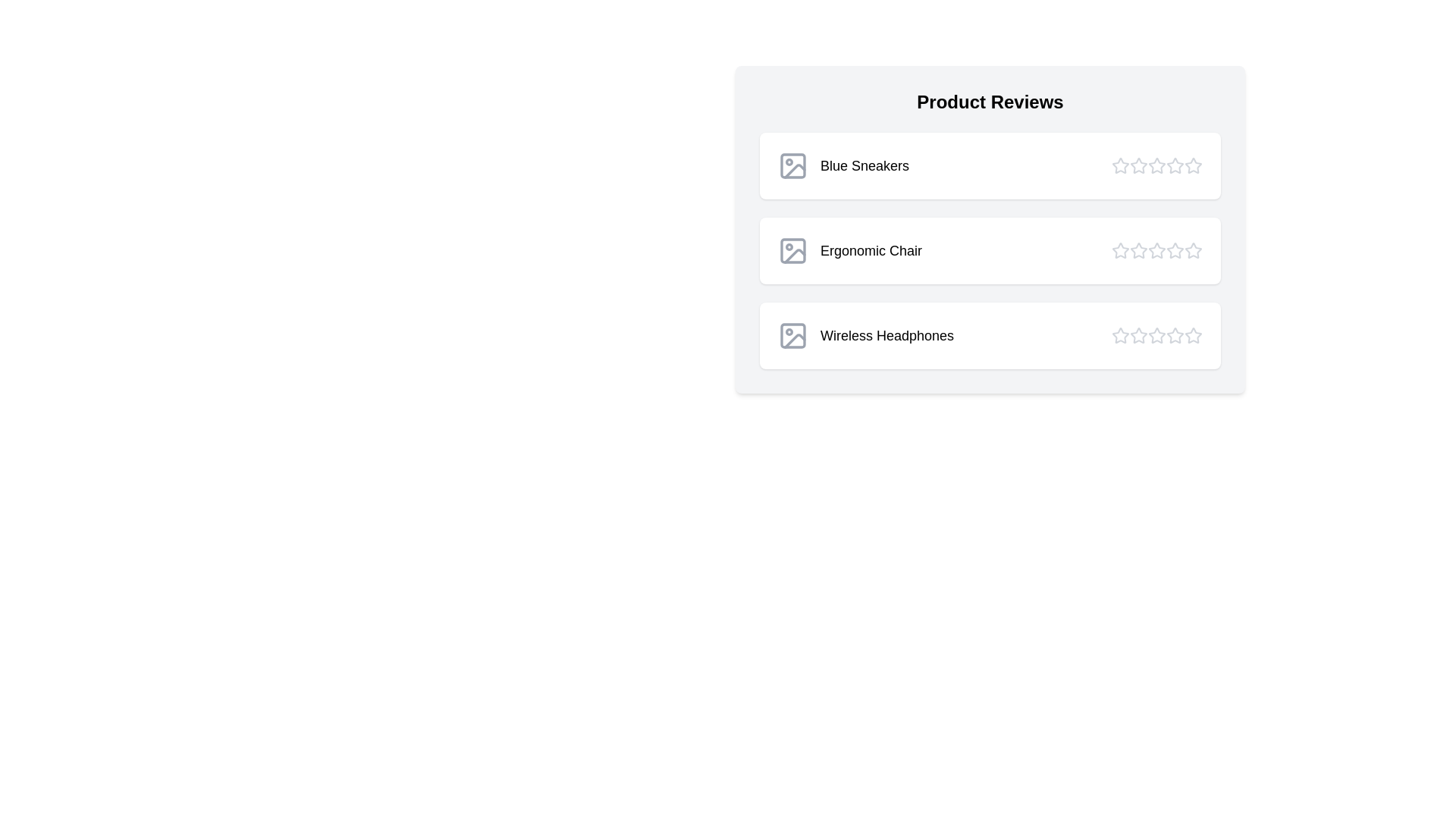  What do you see at coordinates (1121, 250) in the screenshot?
I see `the star corresponding to 1 stars for the product Ergonomic Chair` at bounding box center [1121, 250].